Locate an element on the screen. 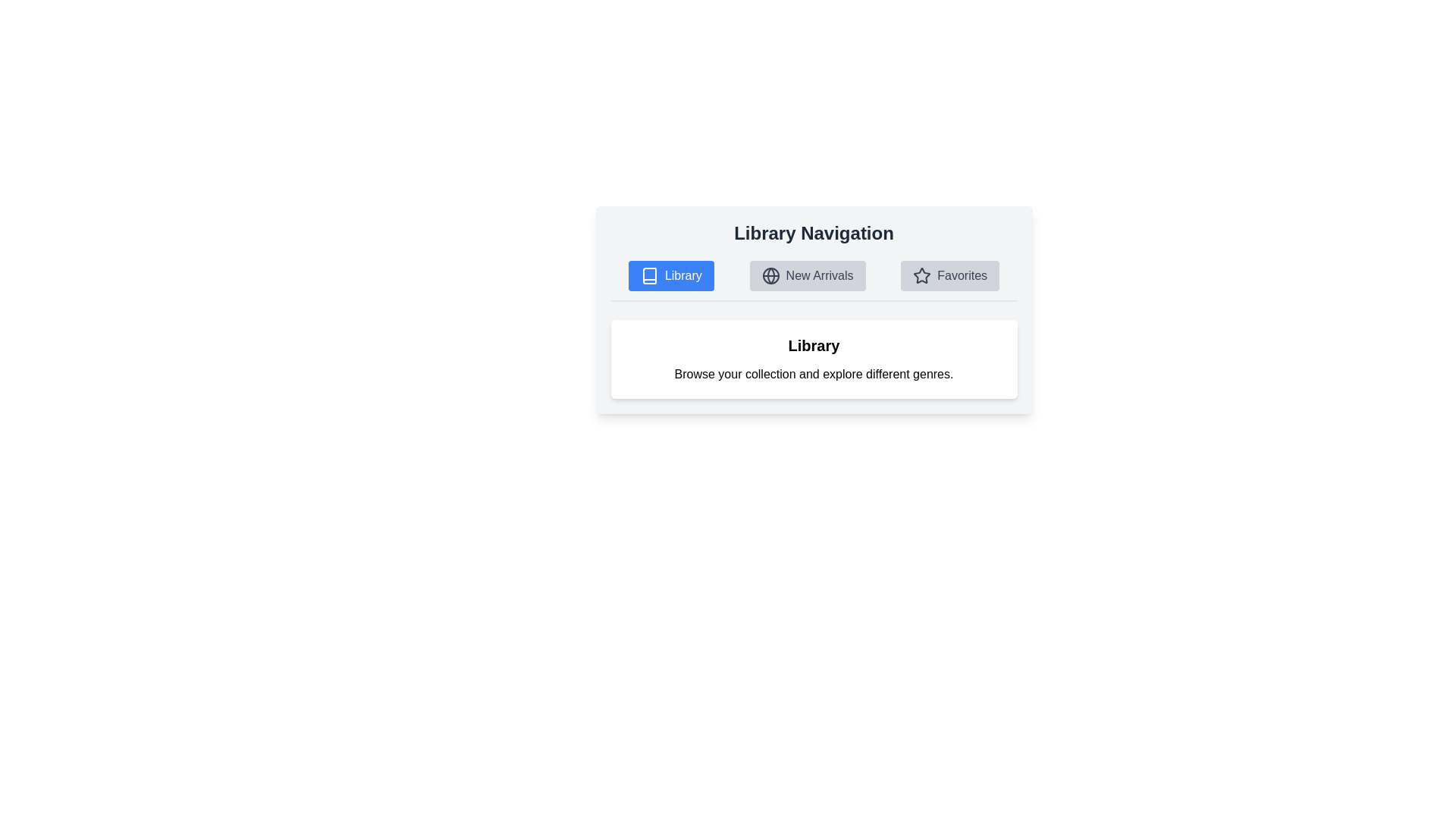 Image resolution: width=1456 pixels, height=819 pixels. the tab labeled New Arrivals to display its content is located at coordinates (807, 275).